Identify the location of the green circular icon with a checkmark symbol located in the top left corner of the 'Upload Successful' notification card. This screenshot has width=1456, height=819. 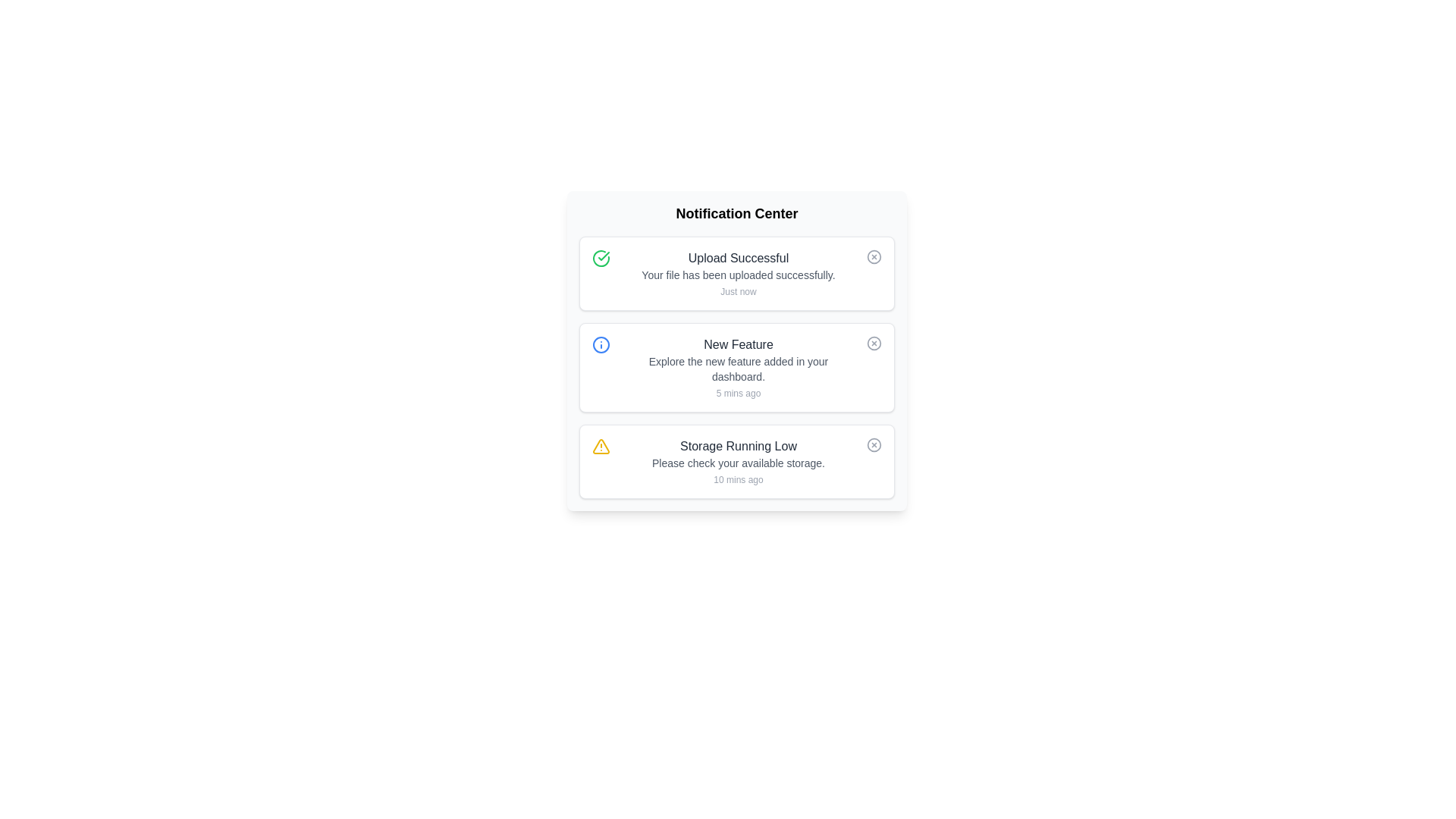
(600, 257).